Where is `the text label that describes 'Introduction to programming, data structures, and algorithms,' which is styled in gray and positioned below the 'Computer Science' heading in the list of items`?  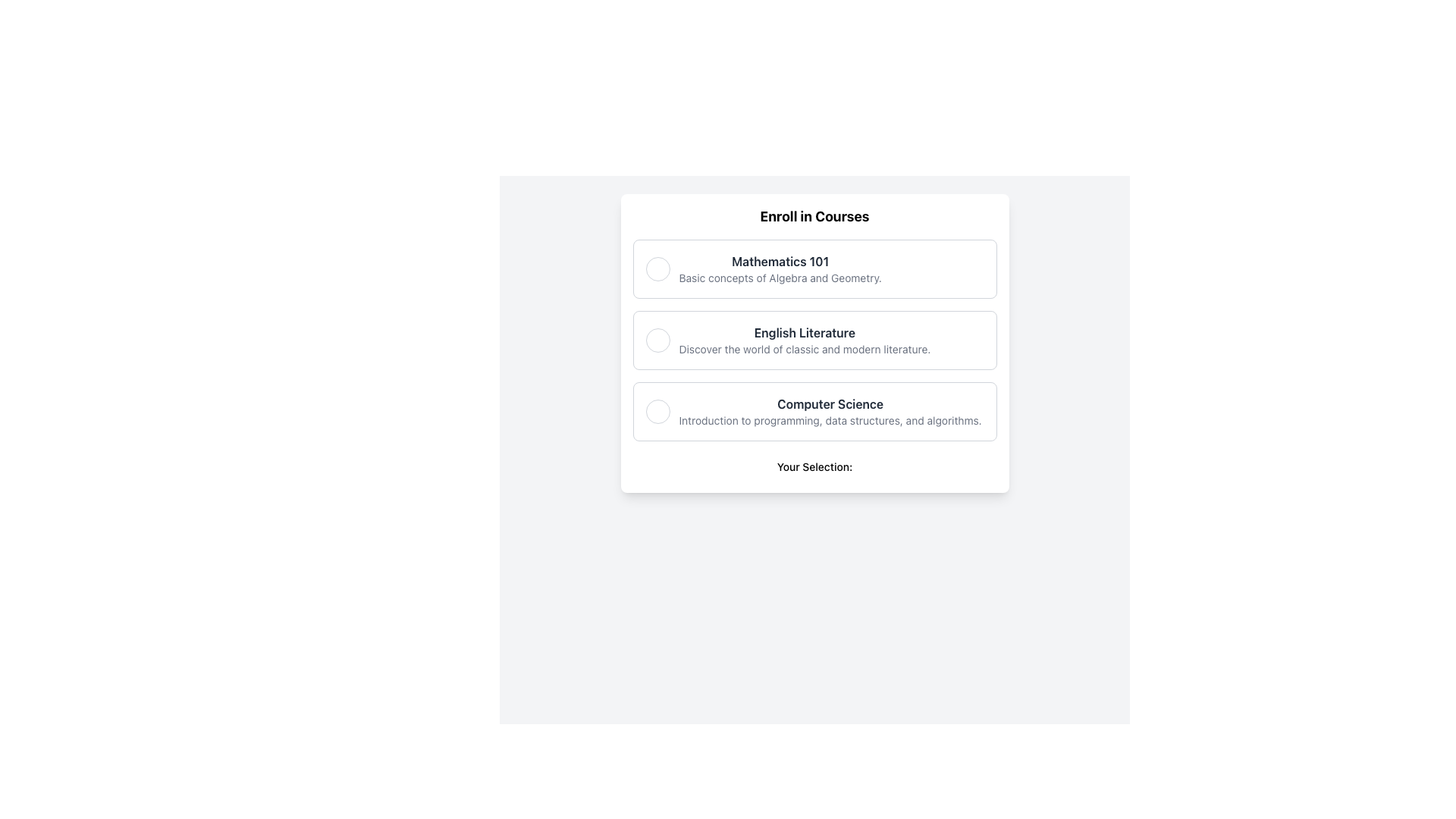
the text label that describes 'Introduction to programming, data structures, and algorithms,' which is styled in gray and positioned below the 'Computer Science' heading in the list of items is located at coordinates (830, 421).